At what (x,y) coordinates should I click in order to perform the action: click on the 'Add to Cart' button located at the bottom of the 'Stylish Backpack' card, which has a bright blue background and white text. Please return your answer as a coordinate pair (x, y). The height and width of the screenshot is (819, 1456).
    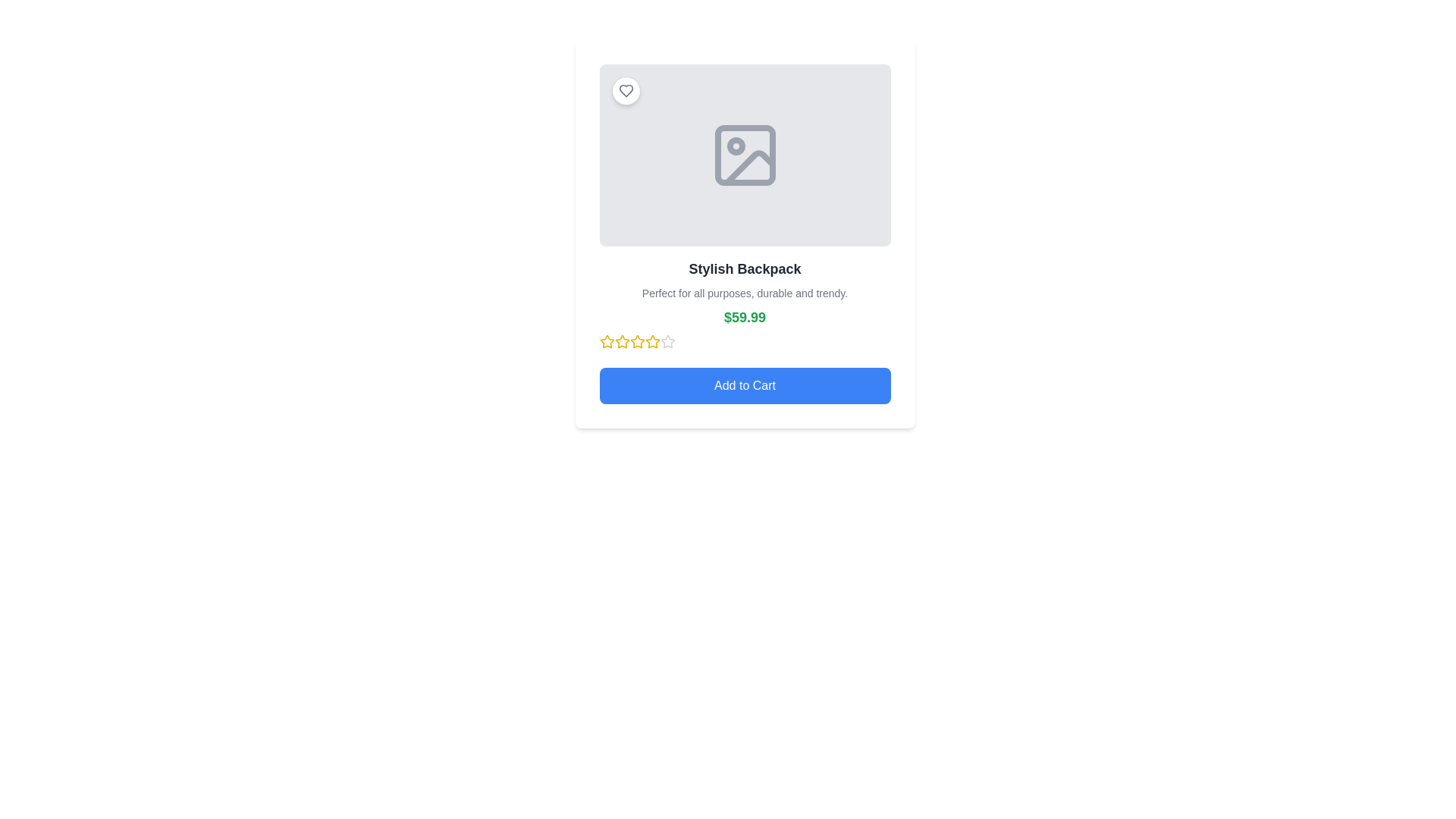
    Looking at the image, I should click on (745, 385).